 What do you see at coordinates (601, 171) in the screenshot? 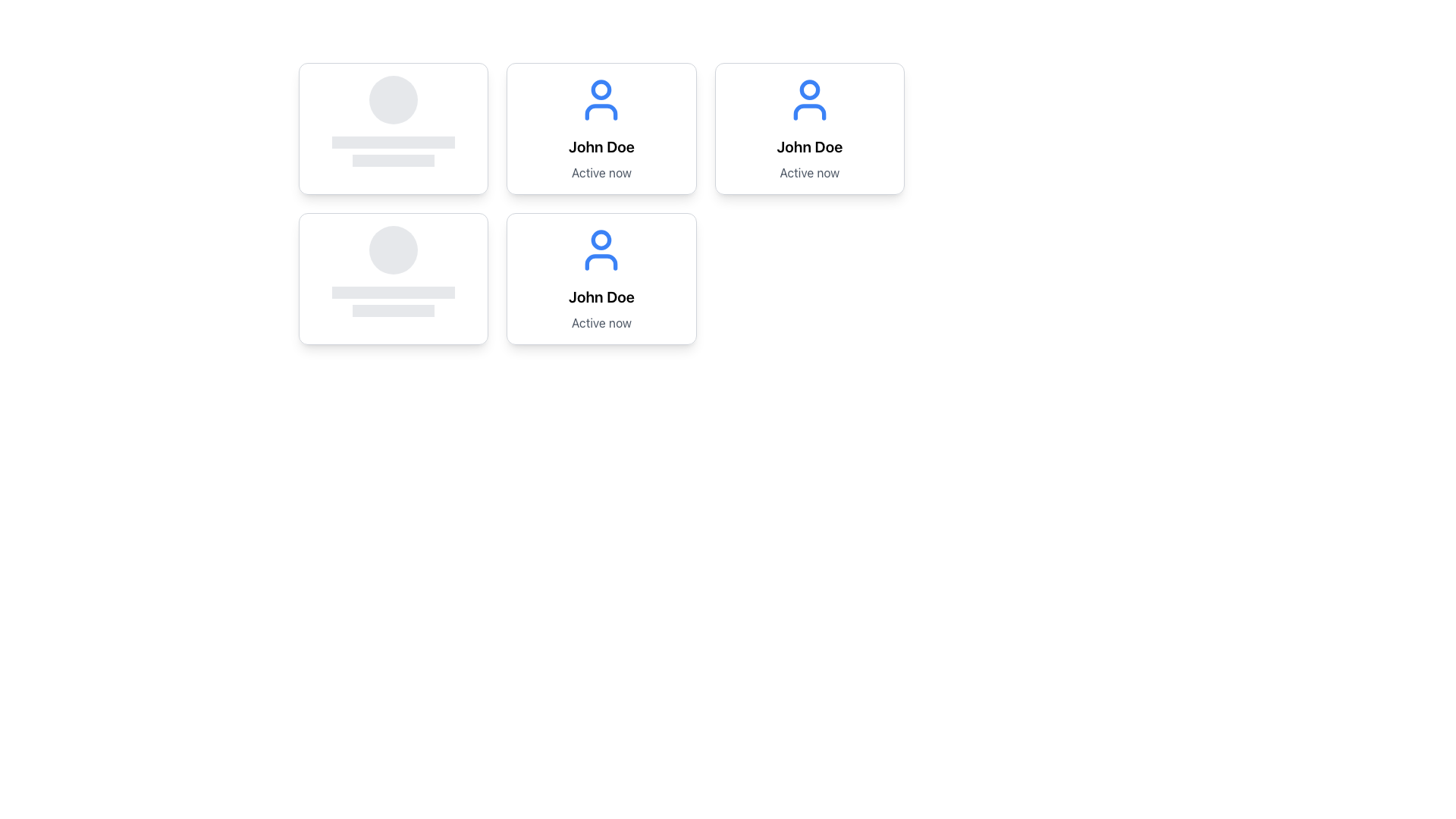
I see `text label displaying 'Active now', which indicates the user's current status, located at the bottom of the profile card layout` at bounding box center [601, 171].